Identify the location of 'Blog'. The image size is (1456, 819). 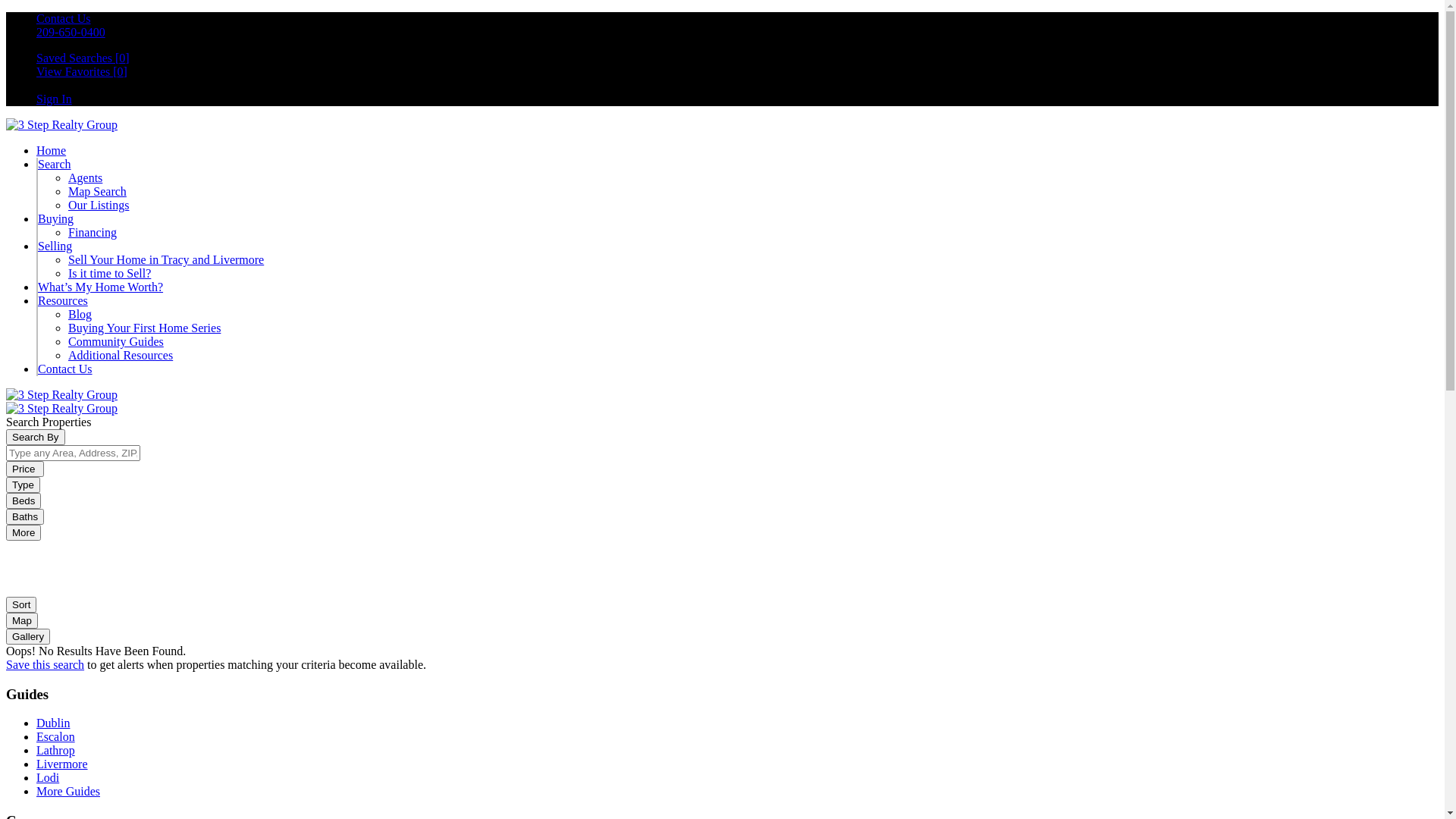
(79, 313).